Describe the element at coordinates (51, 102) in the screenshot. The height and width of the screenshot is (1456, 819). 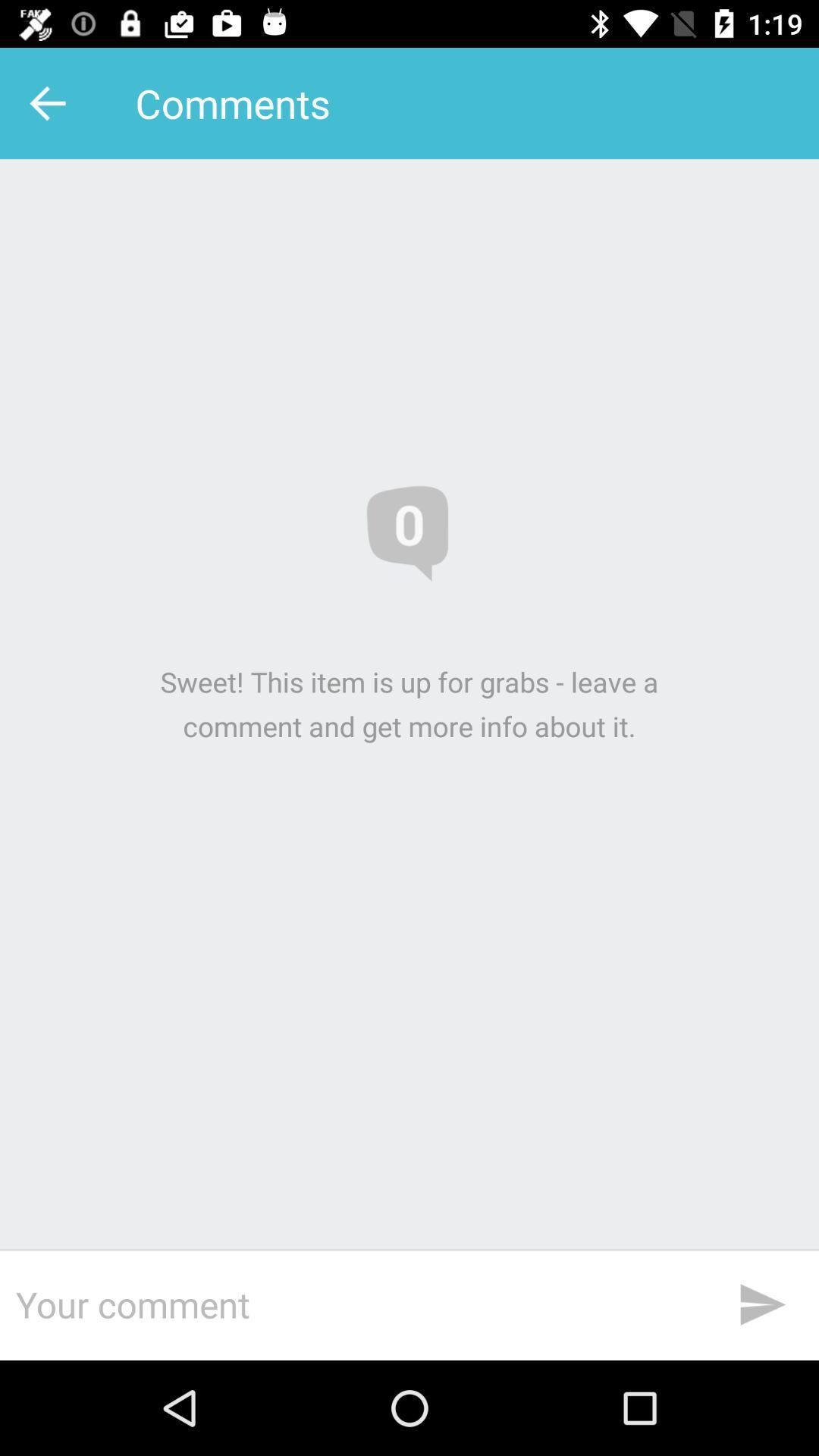
I see `icon to the left of the comments item` at that location.